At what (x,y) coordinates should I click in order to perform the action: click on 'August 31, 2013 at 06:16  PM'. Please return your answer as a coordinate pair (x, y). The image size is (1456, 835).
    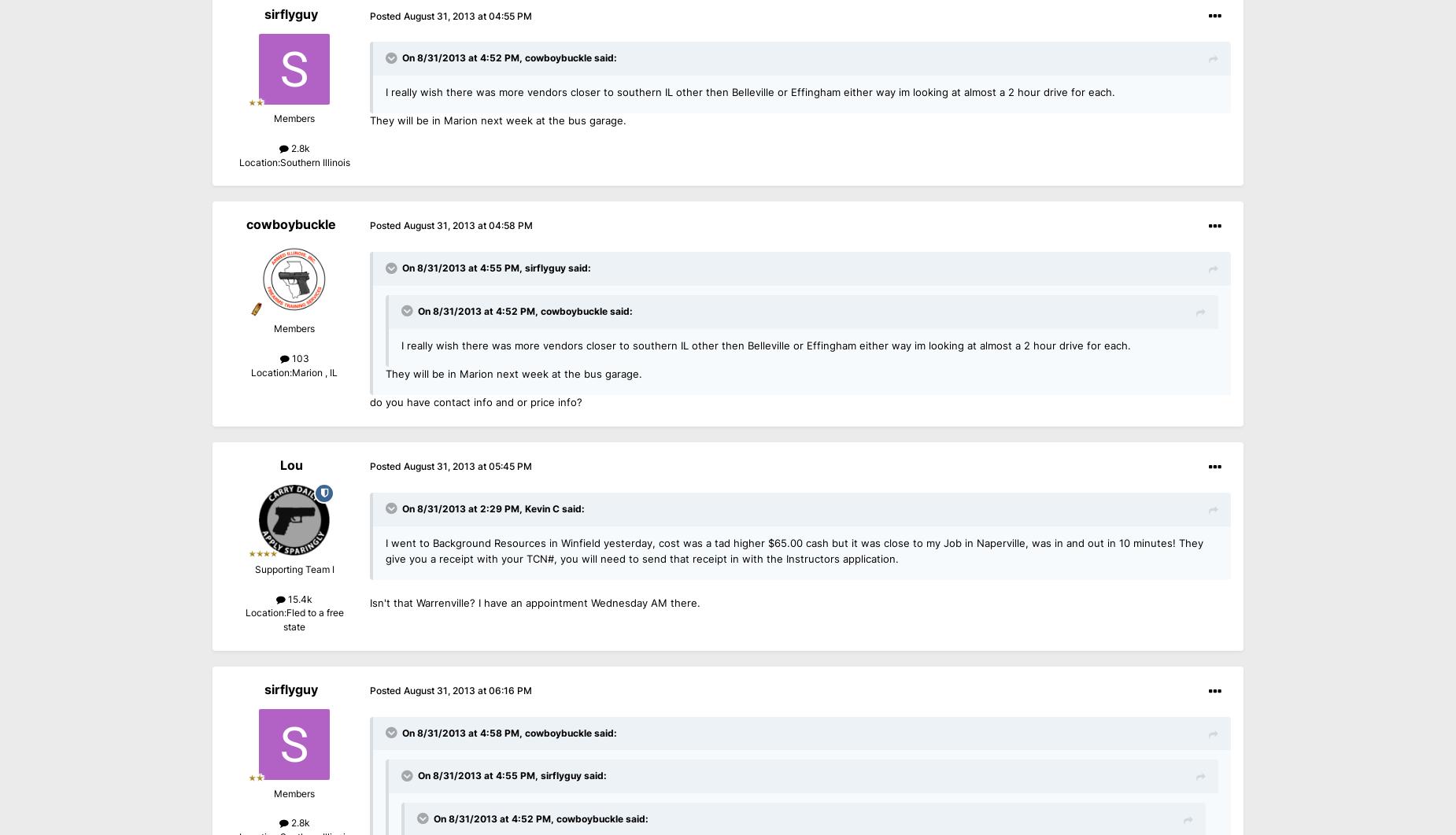
    Looking at the image, I should click on (467, 690).